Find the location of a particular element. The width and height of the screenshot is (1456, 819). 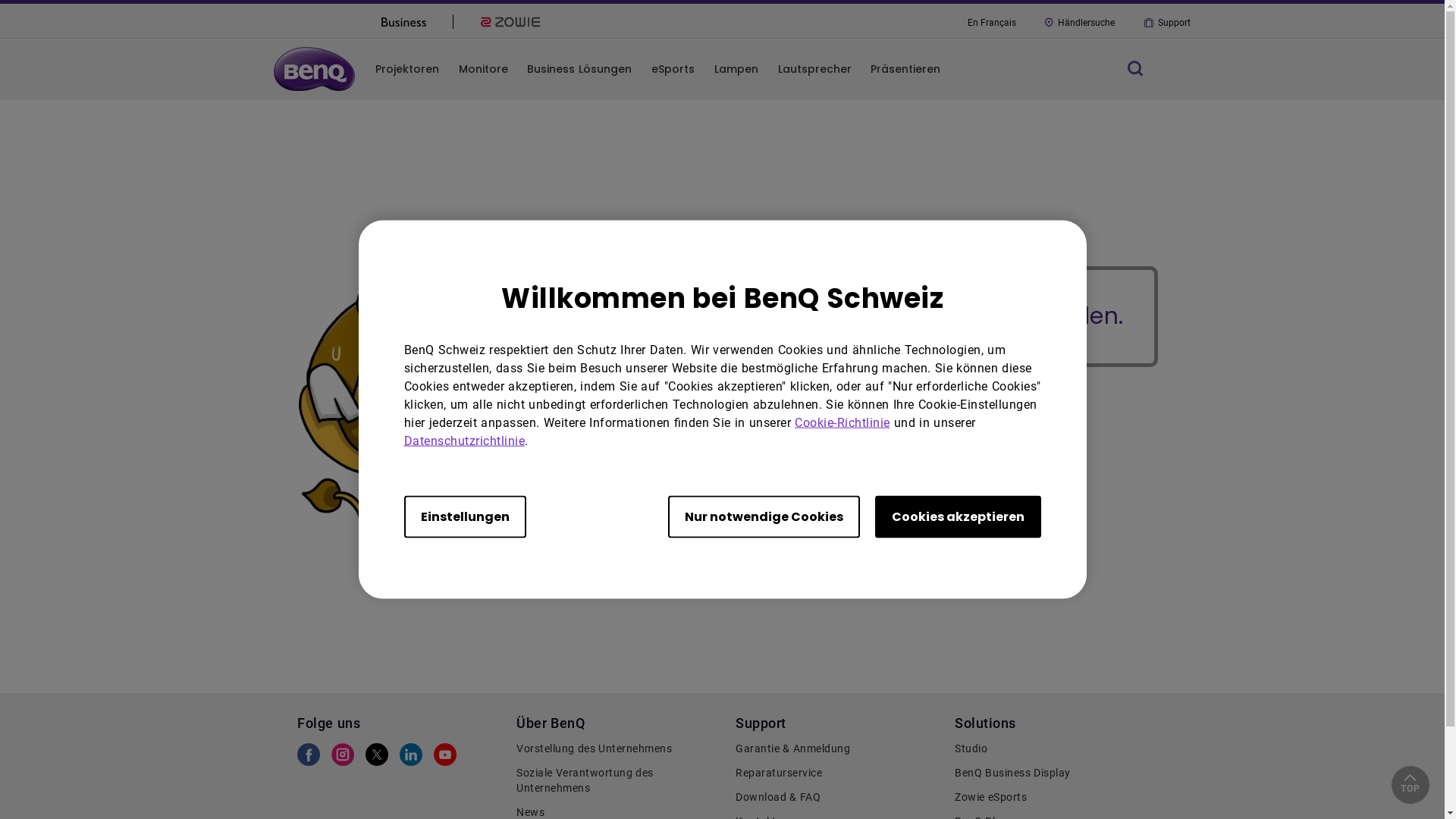

'Vorstellung des Unternehmens' is located at coordinates (618, 748).